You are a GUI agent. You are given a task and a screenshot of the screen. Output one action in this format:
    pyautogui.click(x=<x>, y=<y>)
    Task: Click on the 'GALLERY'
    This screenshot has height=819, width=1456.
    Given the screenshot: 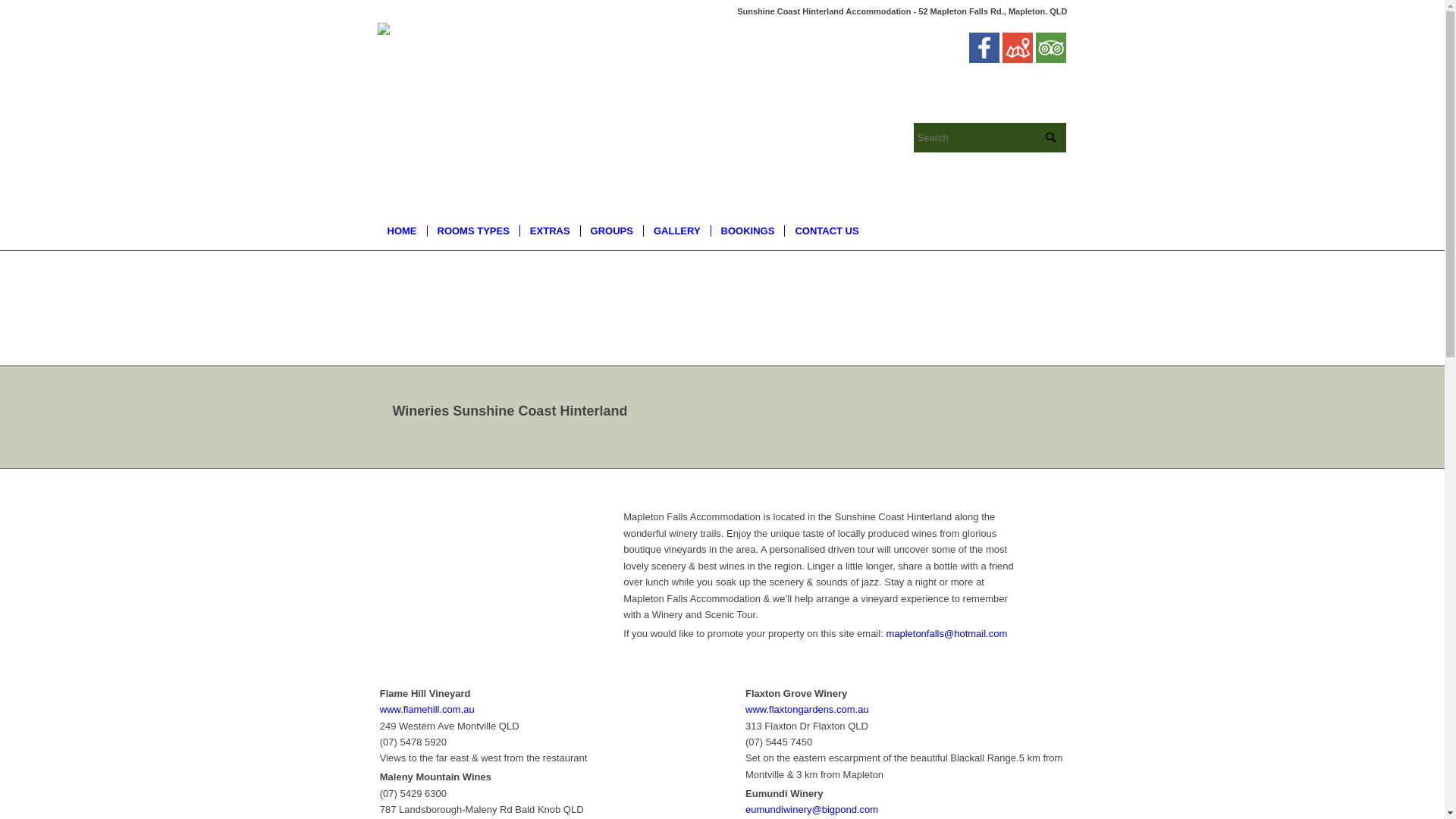 What is the action you would take?
    pyautogui.click(x=676, y=231)
    